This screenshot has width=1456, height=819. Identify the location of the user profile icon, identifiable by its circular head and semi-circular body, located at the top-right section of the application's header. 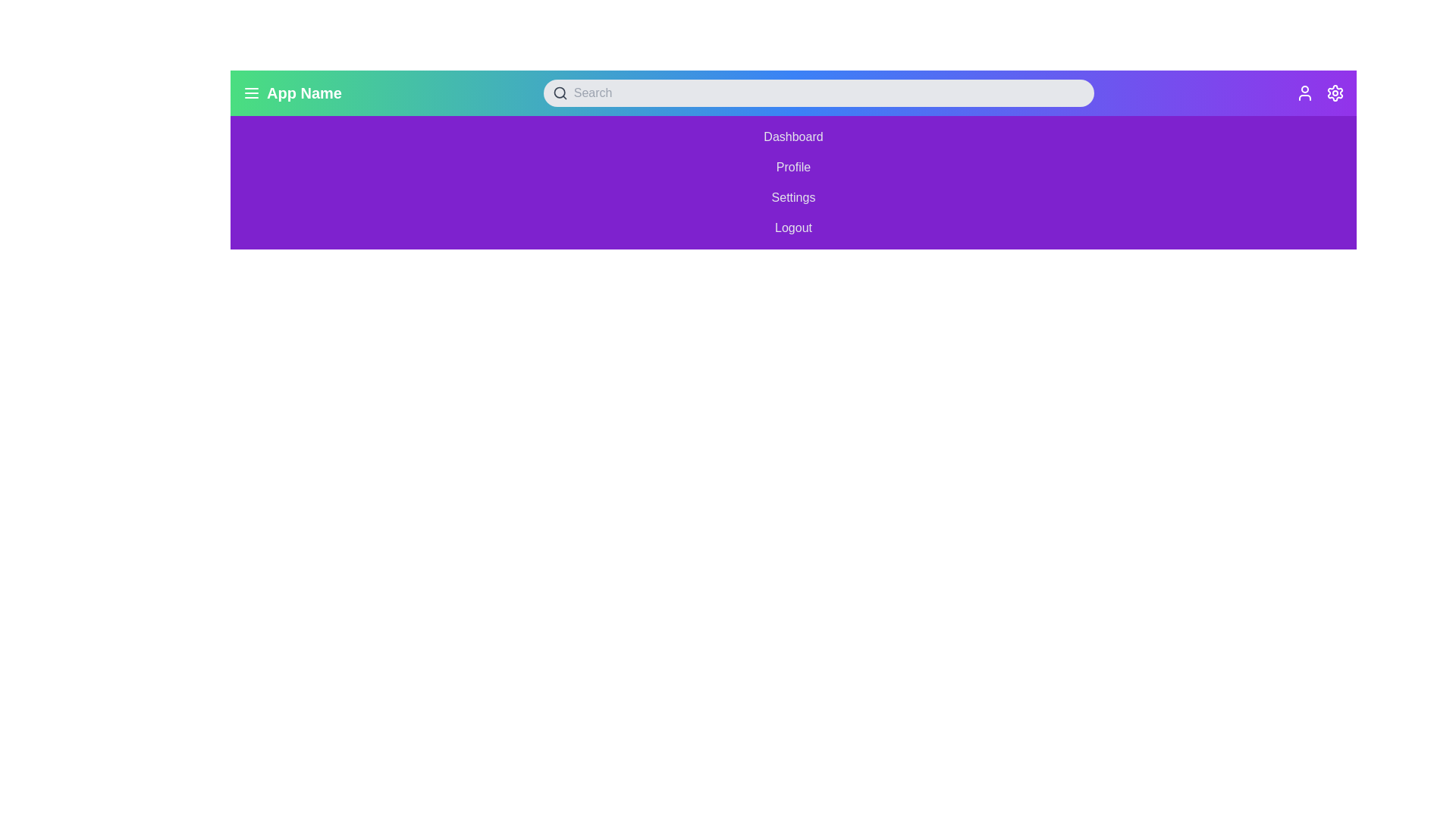
(1304, 93).